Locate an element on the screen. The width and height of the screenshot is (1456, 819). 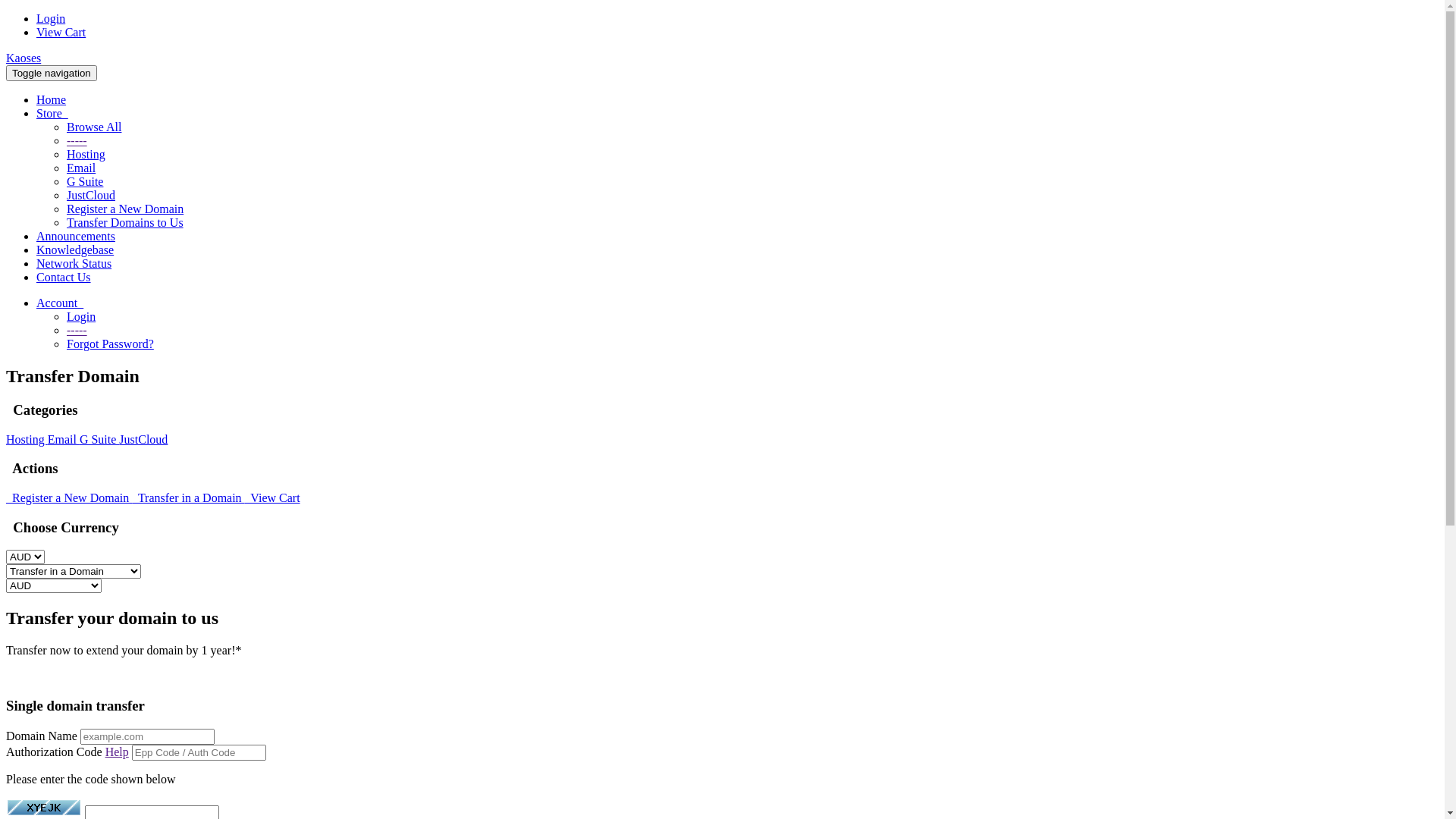
'Please enter your domain' is located at coordinates (147, 736).